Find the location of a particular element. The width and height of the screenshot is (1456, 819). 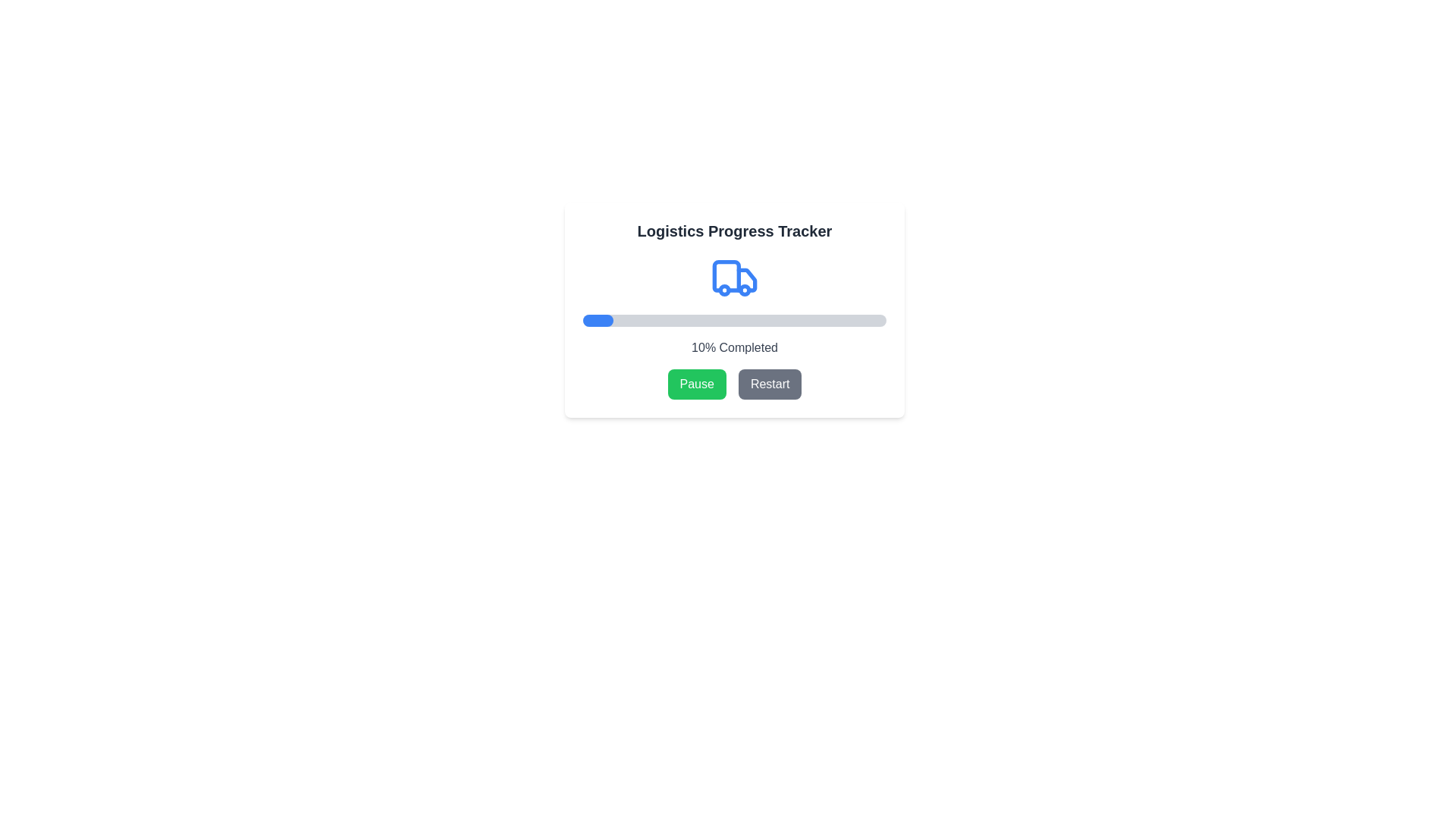

the 'Restart' button, which is a rectangular button with rounded corners, gray background, and white text located in the bottom section of the layout, second in a horizontal group of two buttons under the progress bar is located at coordinates (770, 383).